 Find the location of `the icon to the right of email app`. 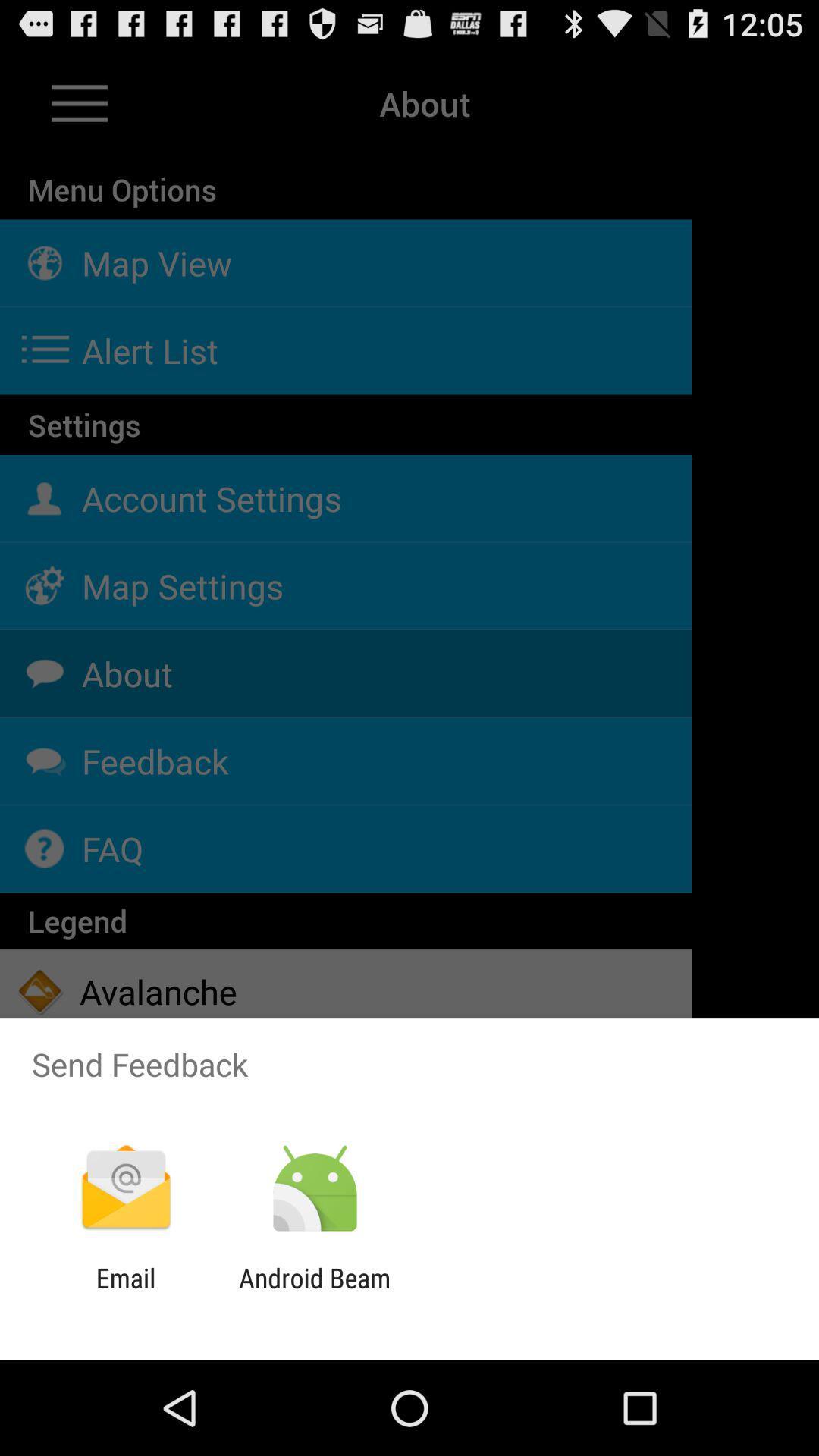

the icon to the right of email app is located at coordinates (314, 1293).